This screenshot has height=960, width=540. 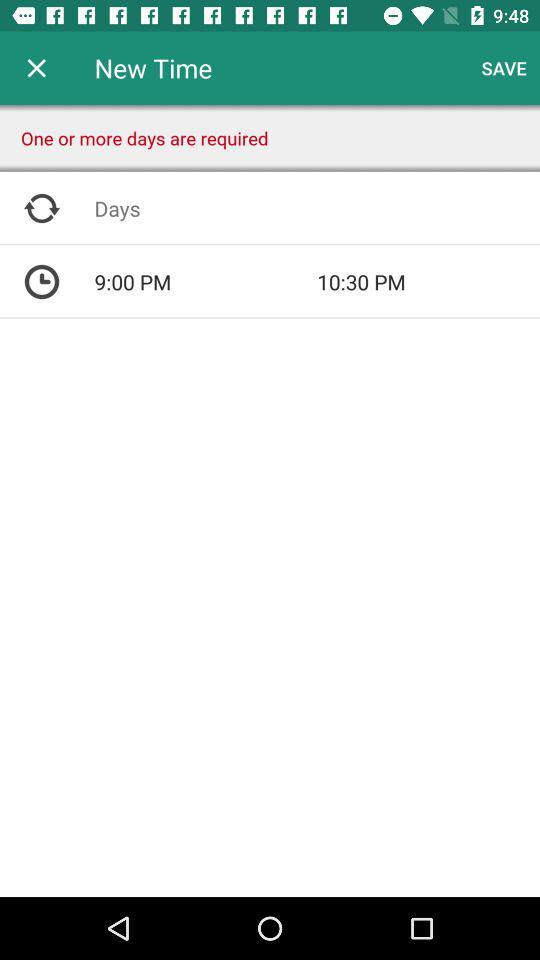 I want to click on item above the 9:00 pm item, so click(x=317, y=208).